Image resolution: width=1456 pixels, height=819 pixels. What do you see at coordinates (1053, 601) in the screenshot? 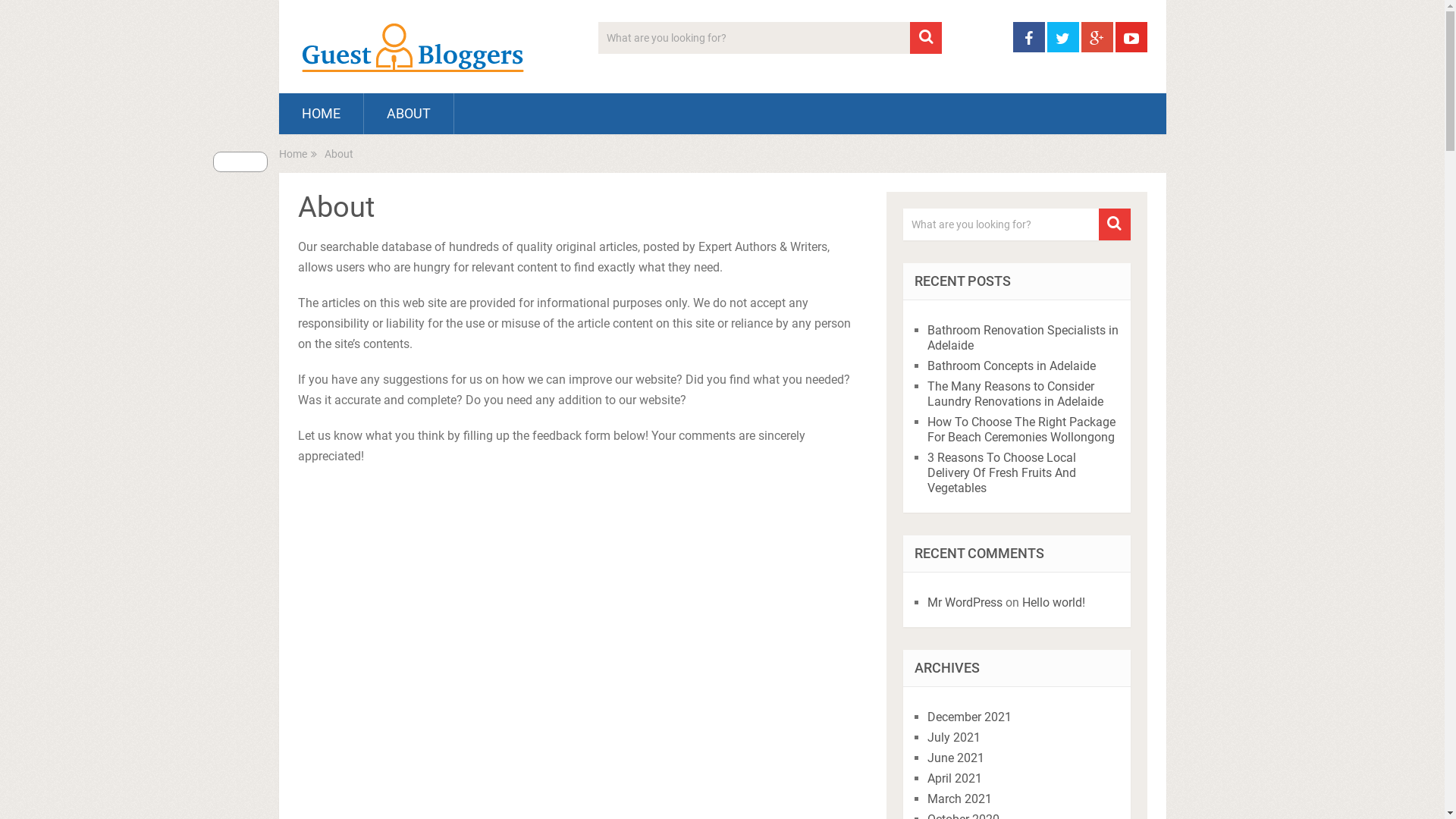
I see `'Hello world!'` at bounding box center [1053, 601].